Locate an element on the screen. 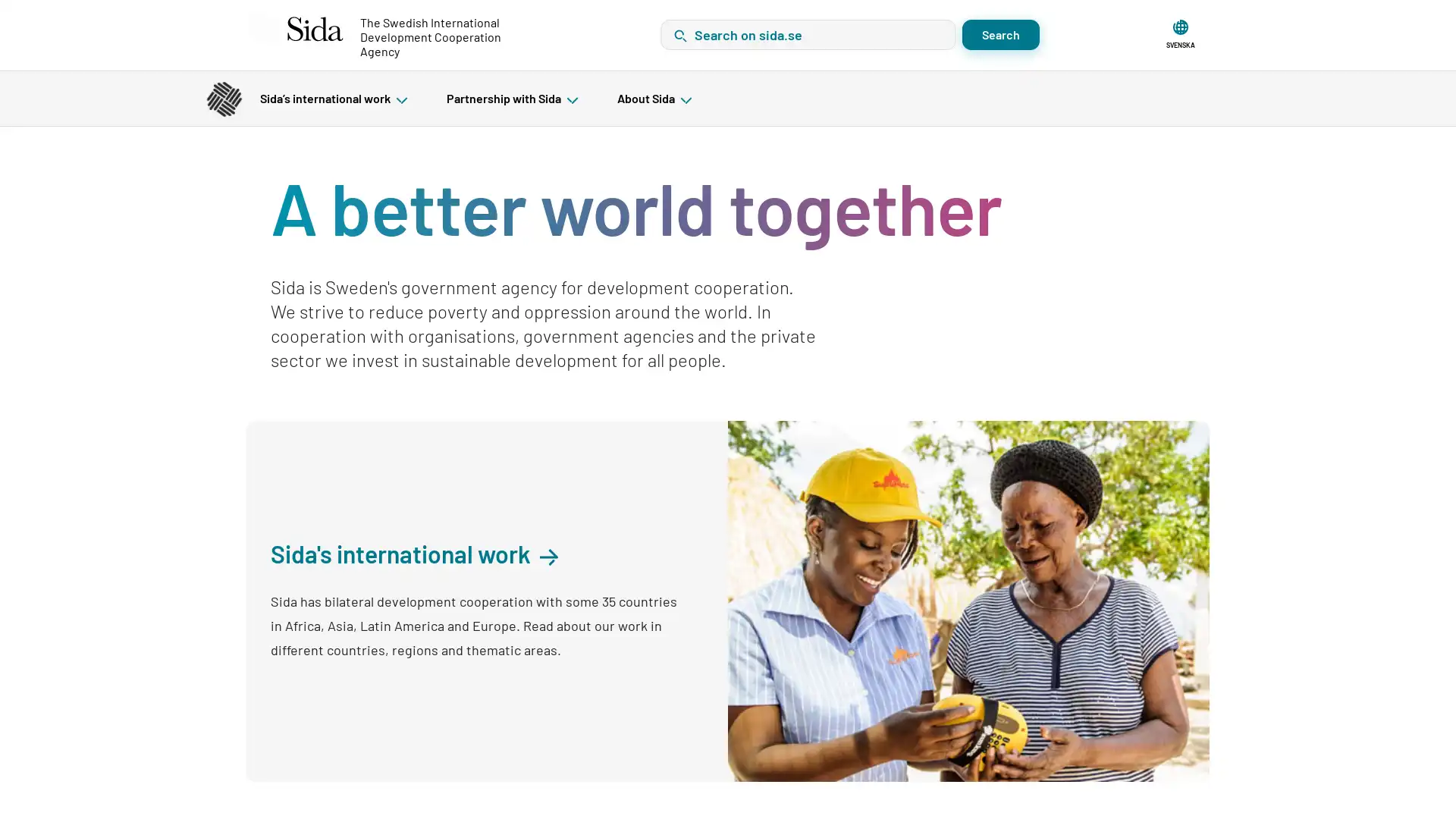  SVENSKA is located at coordinates (1179, 34).